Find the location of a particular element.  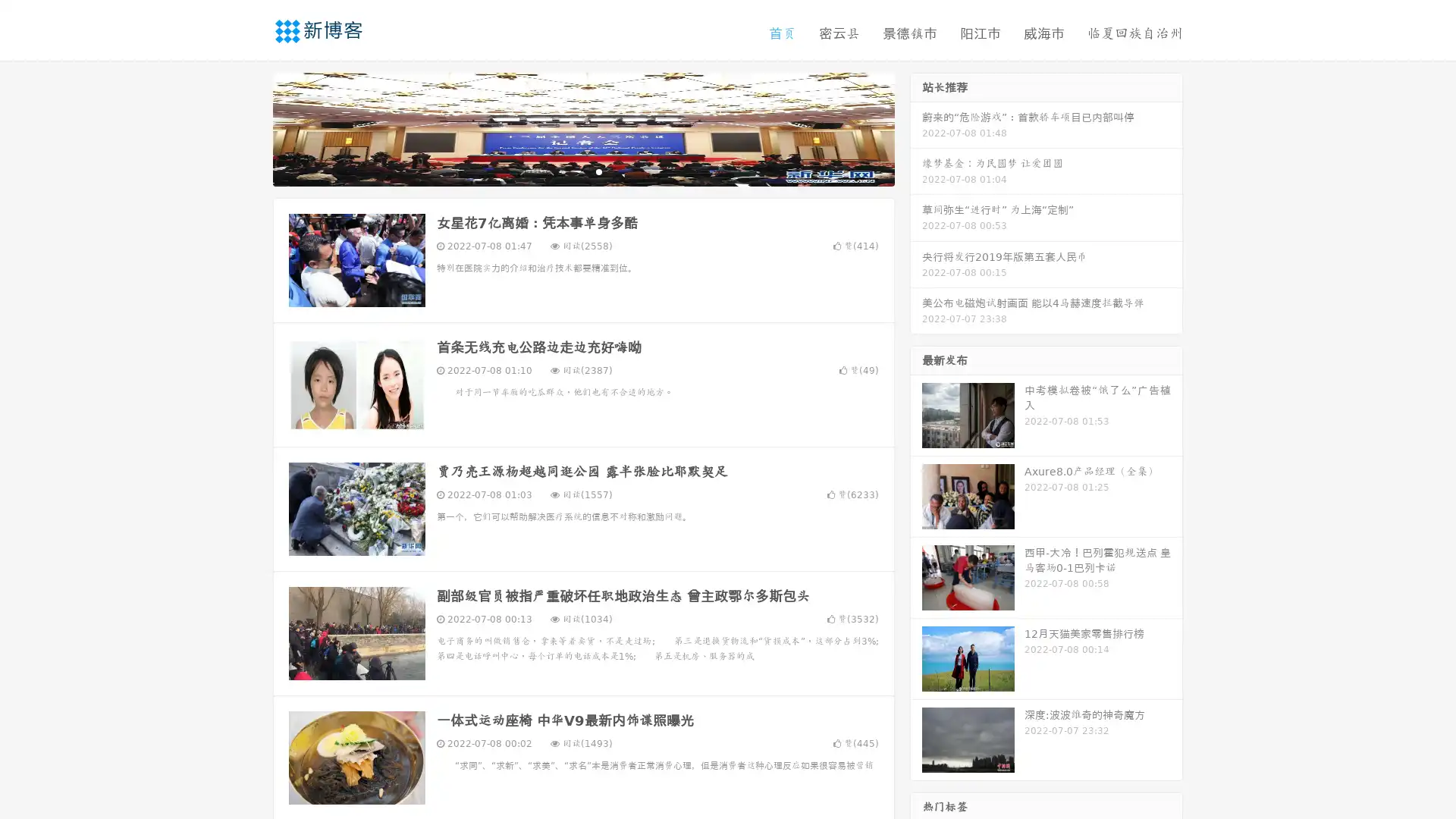

Previous slide is located at coordinates (250, 127).